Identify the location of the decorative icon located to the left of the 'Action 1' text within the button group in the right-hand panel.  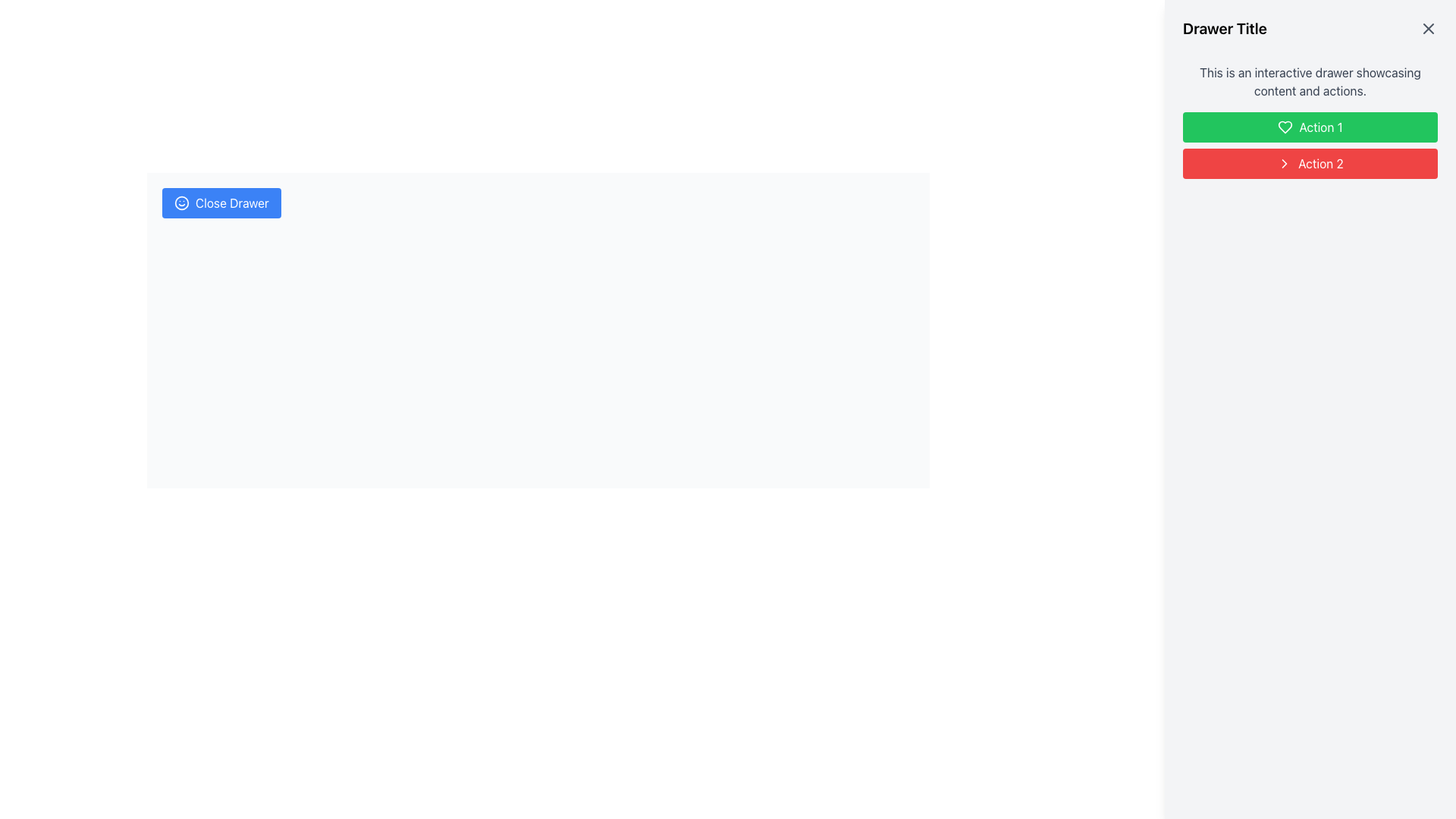
(1285, 127).